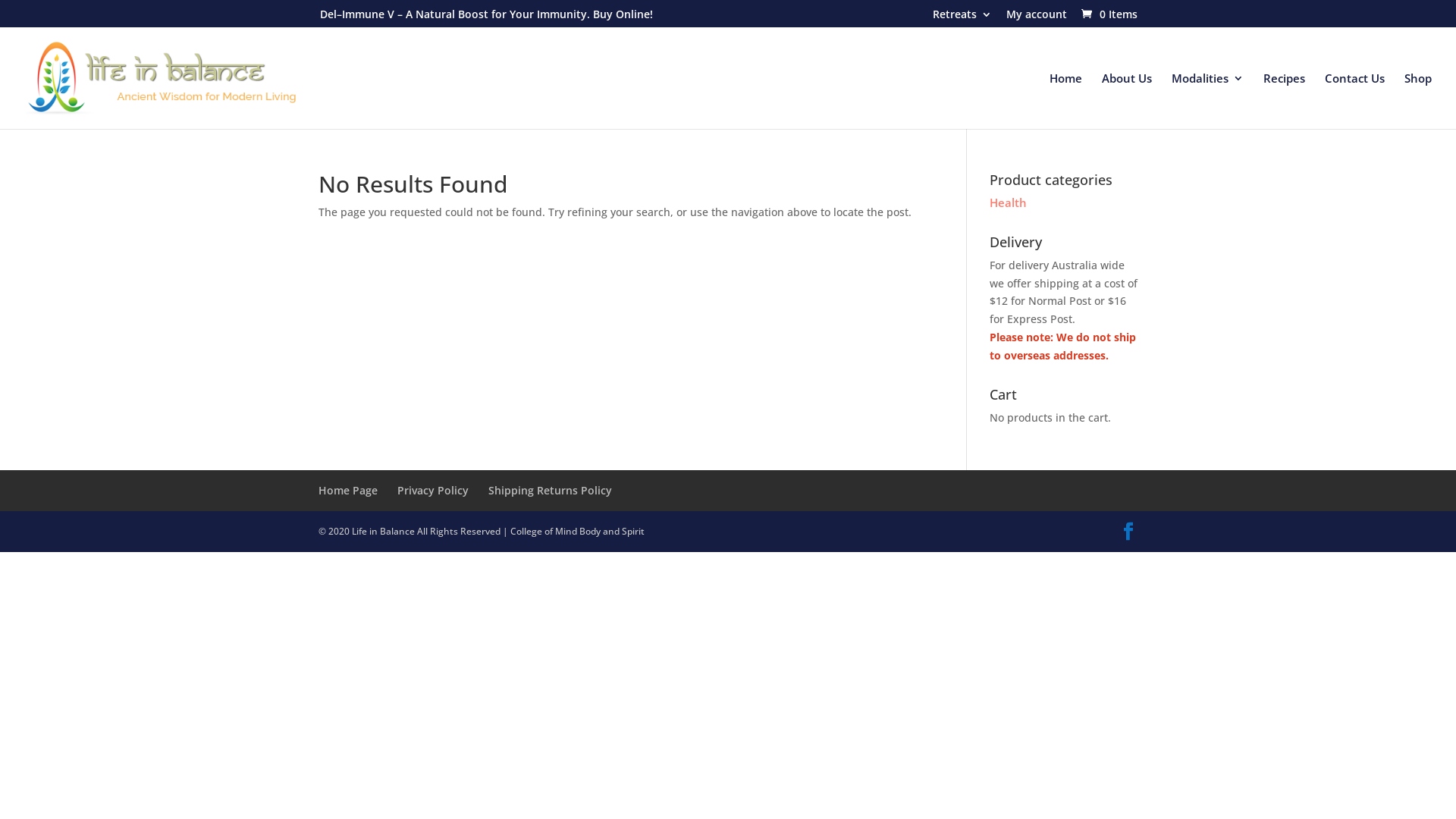  Describe the element at coordinates (1404, 100) in the screenshot. I see `'Shop'` at that location.